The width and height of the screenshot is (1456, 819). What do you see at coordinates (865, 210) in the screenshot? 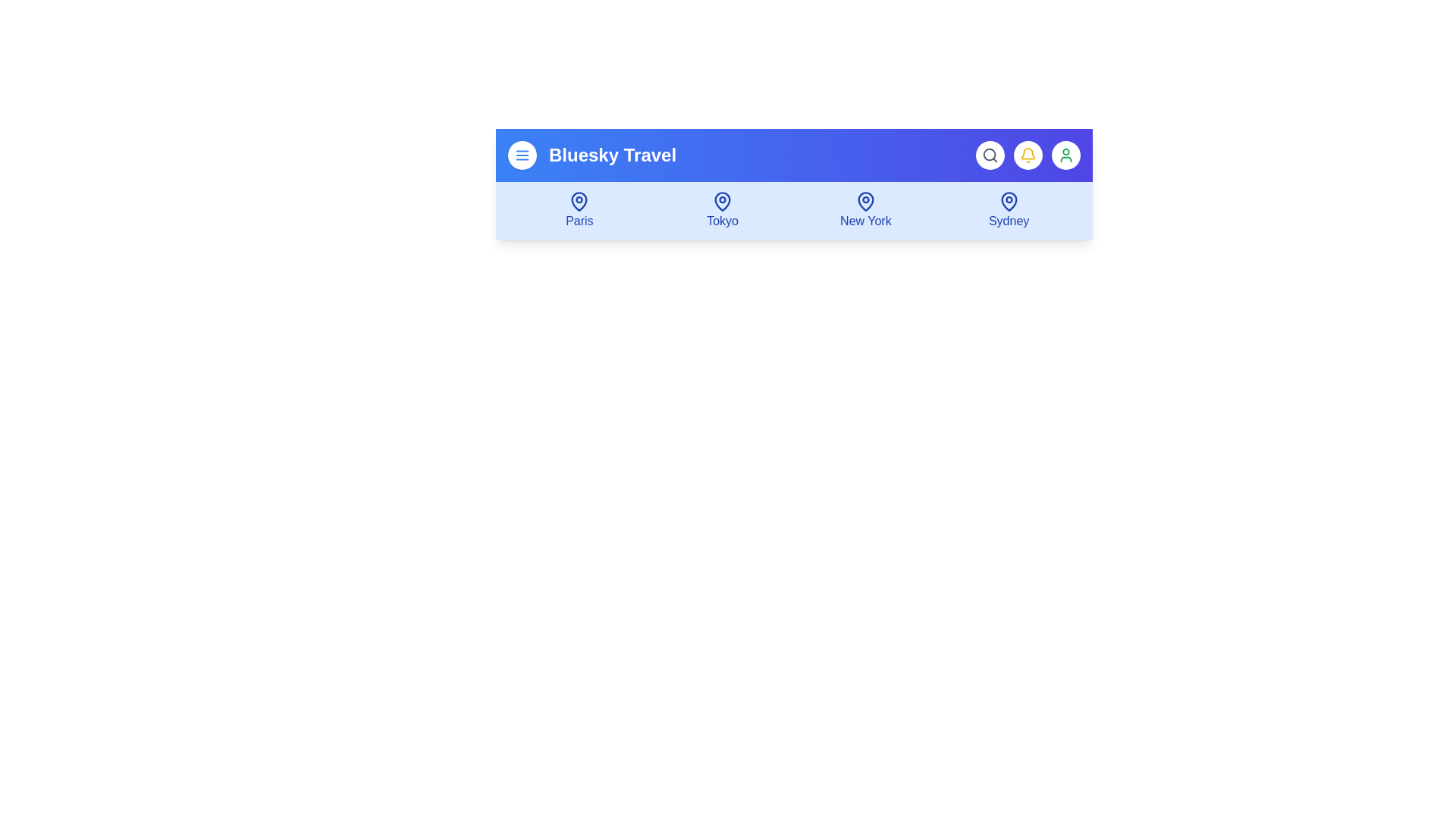
I see `the destination item New York` at bounding box center [865, 210].